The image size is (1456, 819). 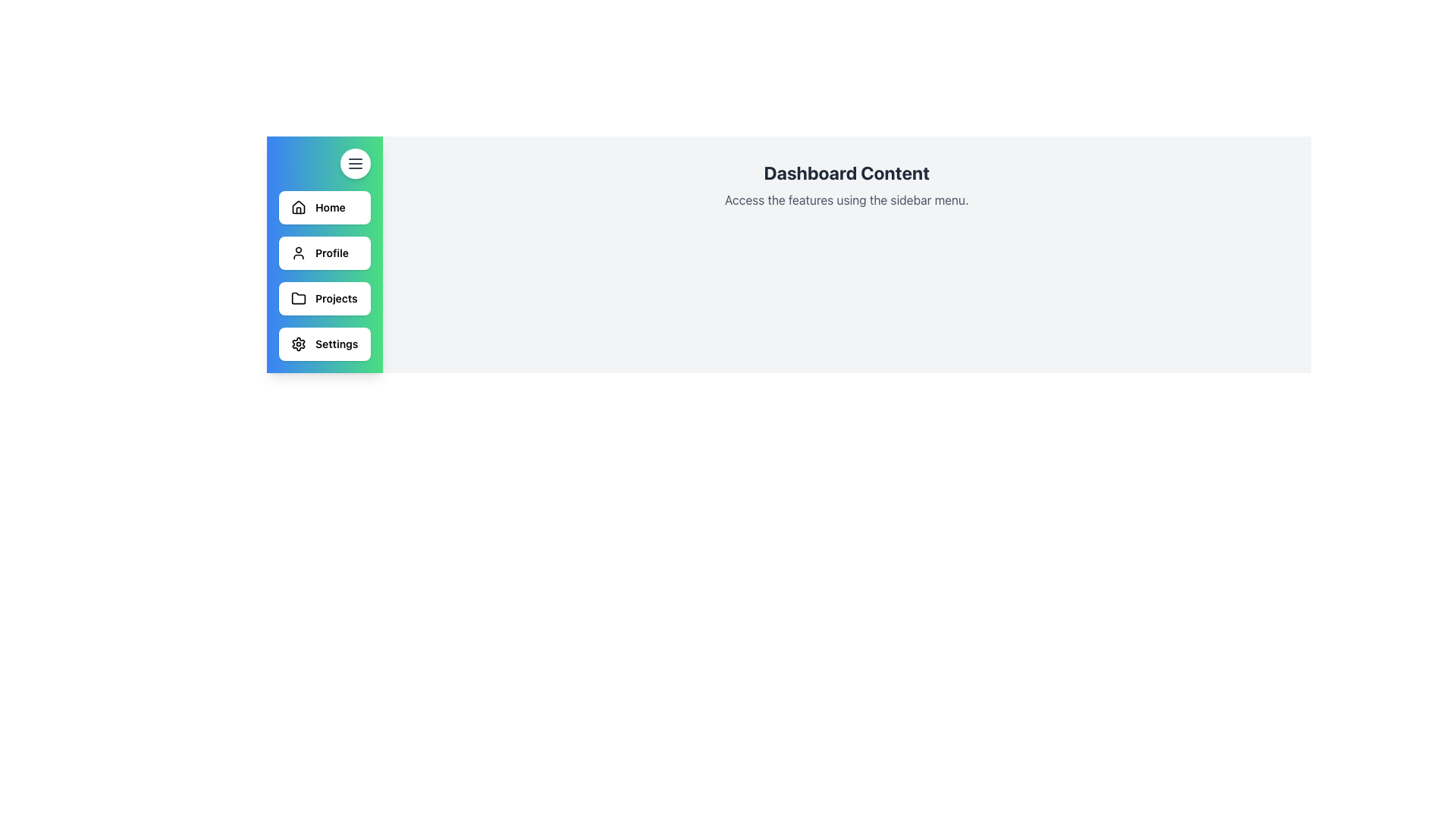 I want to click on the stylized house icon in the sidebar menu, so click(x=298, y=207).